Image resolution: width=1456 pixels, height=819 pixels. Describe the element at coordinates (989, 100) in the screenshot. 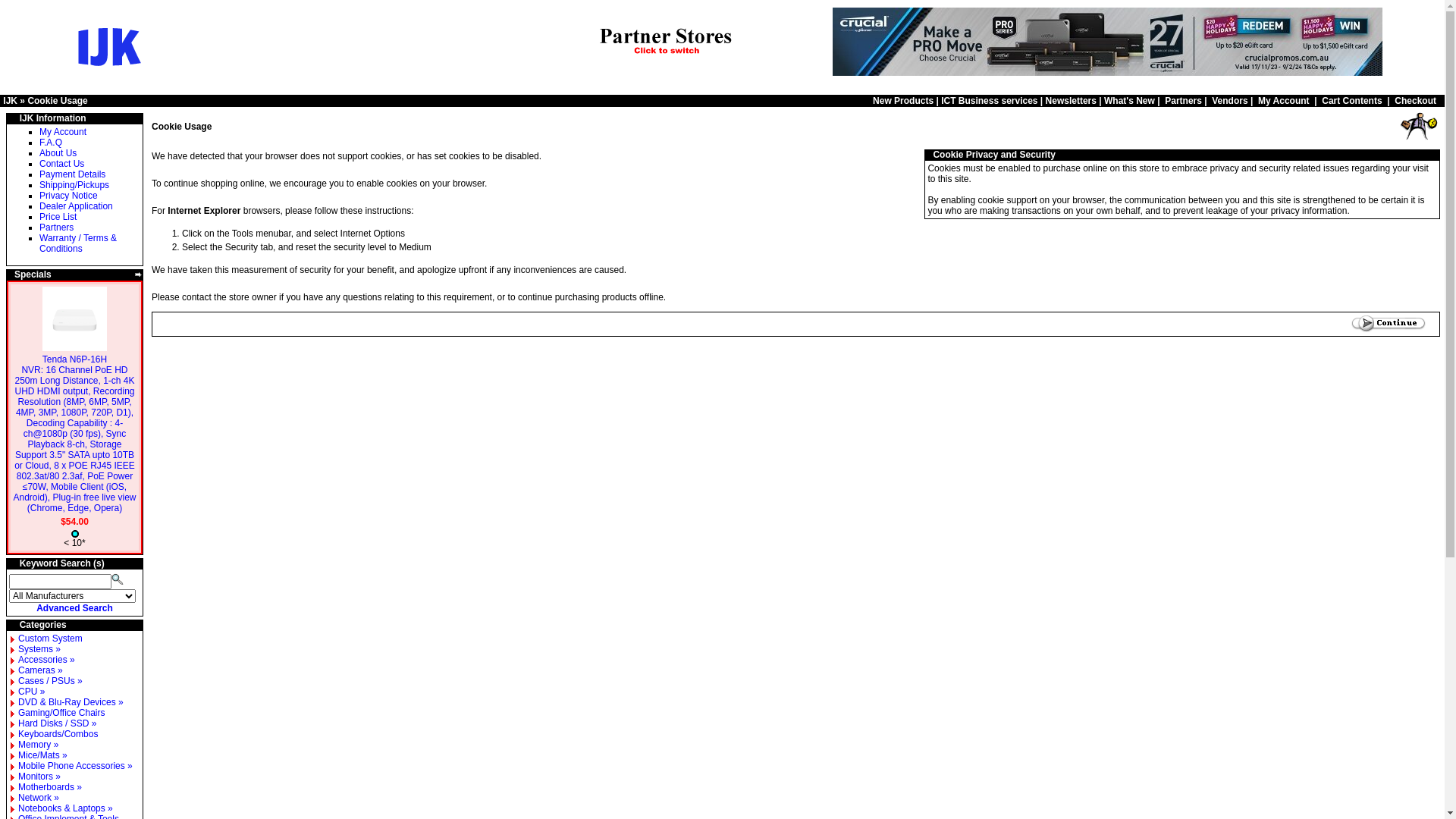

I see `'ICT Business services'` at that location.